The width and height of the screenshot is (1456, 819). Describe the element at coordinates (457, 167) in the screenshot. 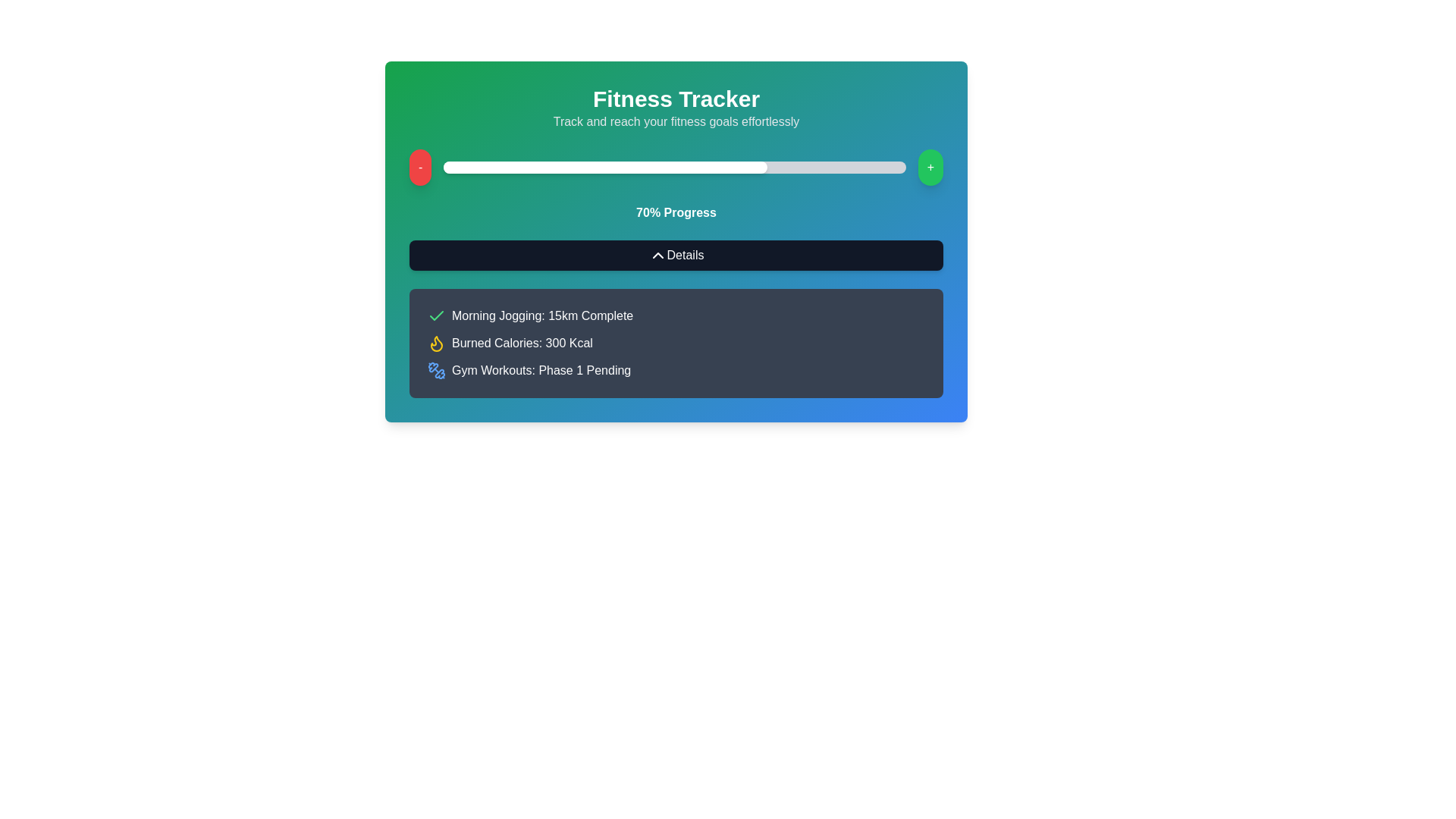

I see `progress` at that location.